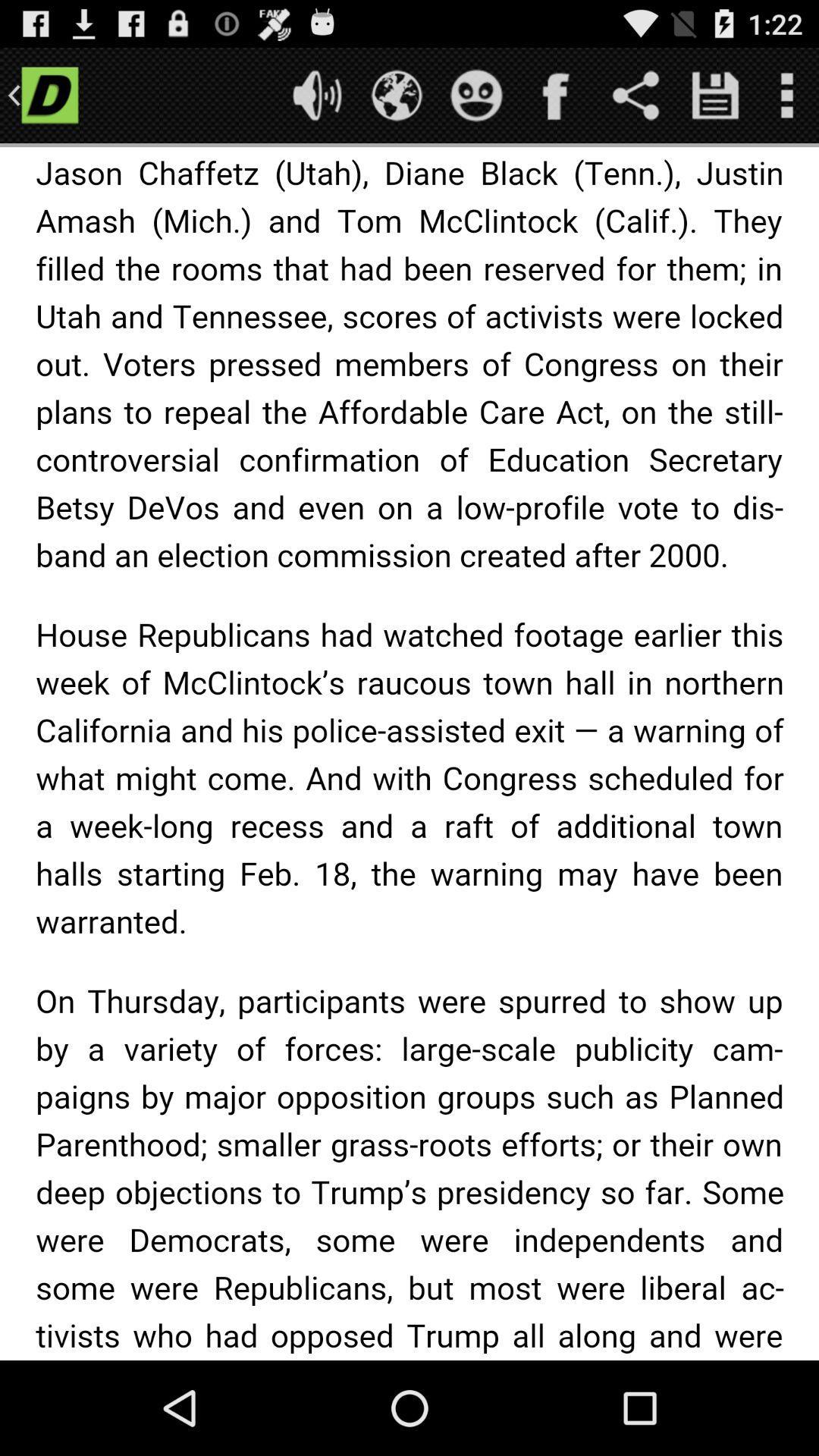 This screenshot has width=819, height=1456. Describe the element at coordinates (409, 754) in the screenshot. I see `article text` at that location.